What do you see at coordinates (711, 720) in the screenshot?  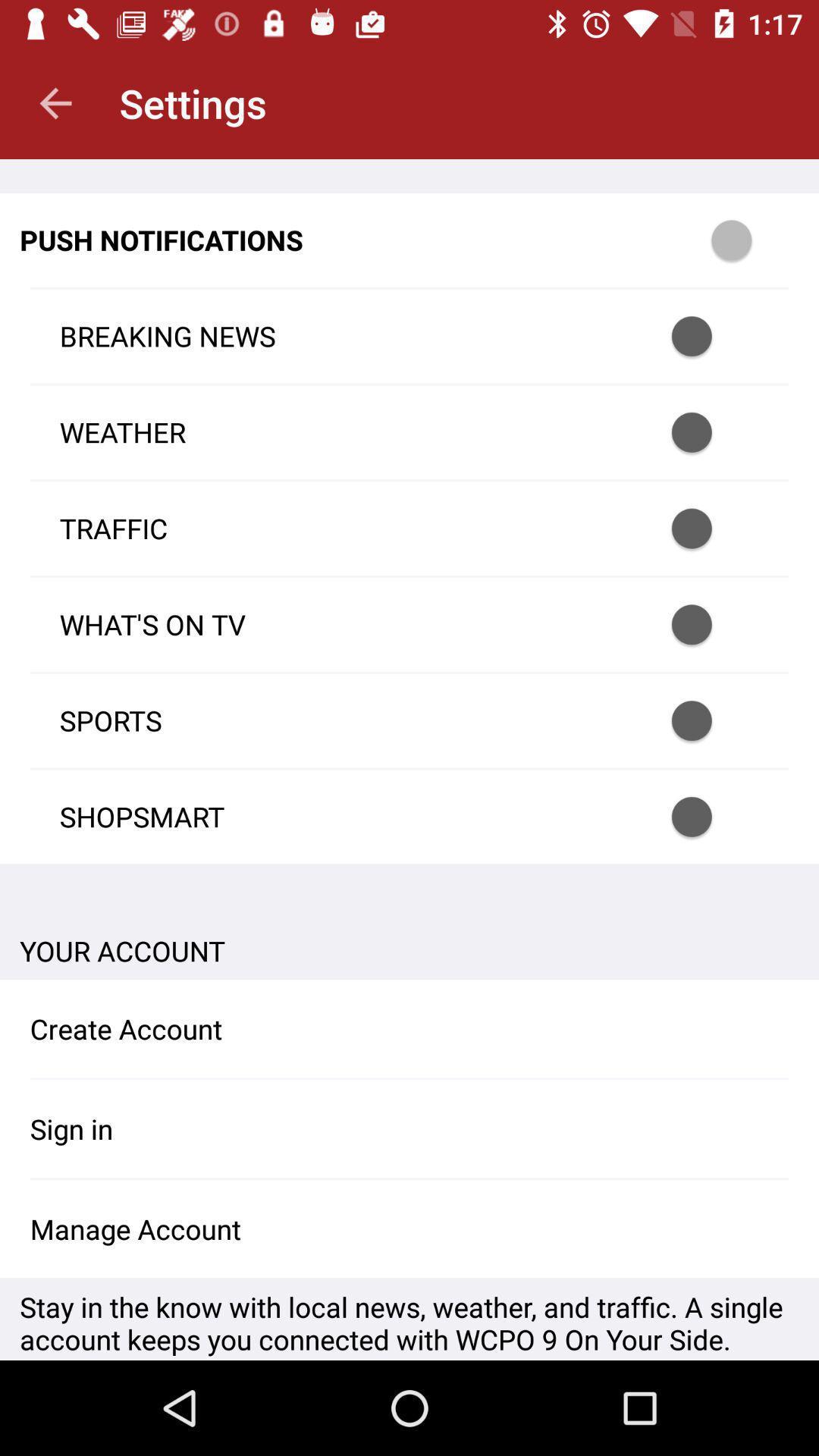 I see `sports switch option` at bounding box center [711, 720].